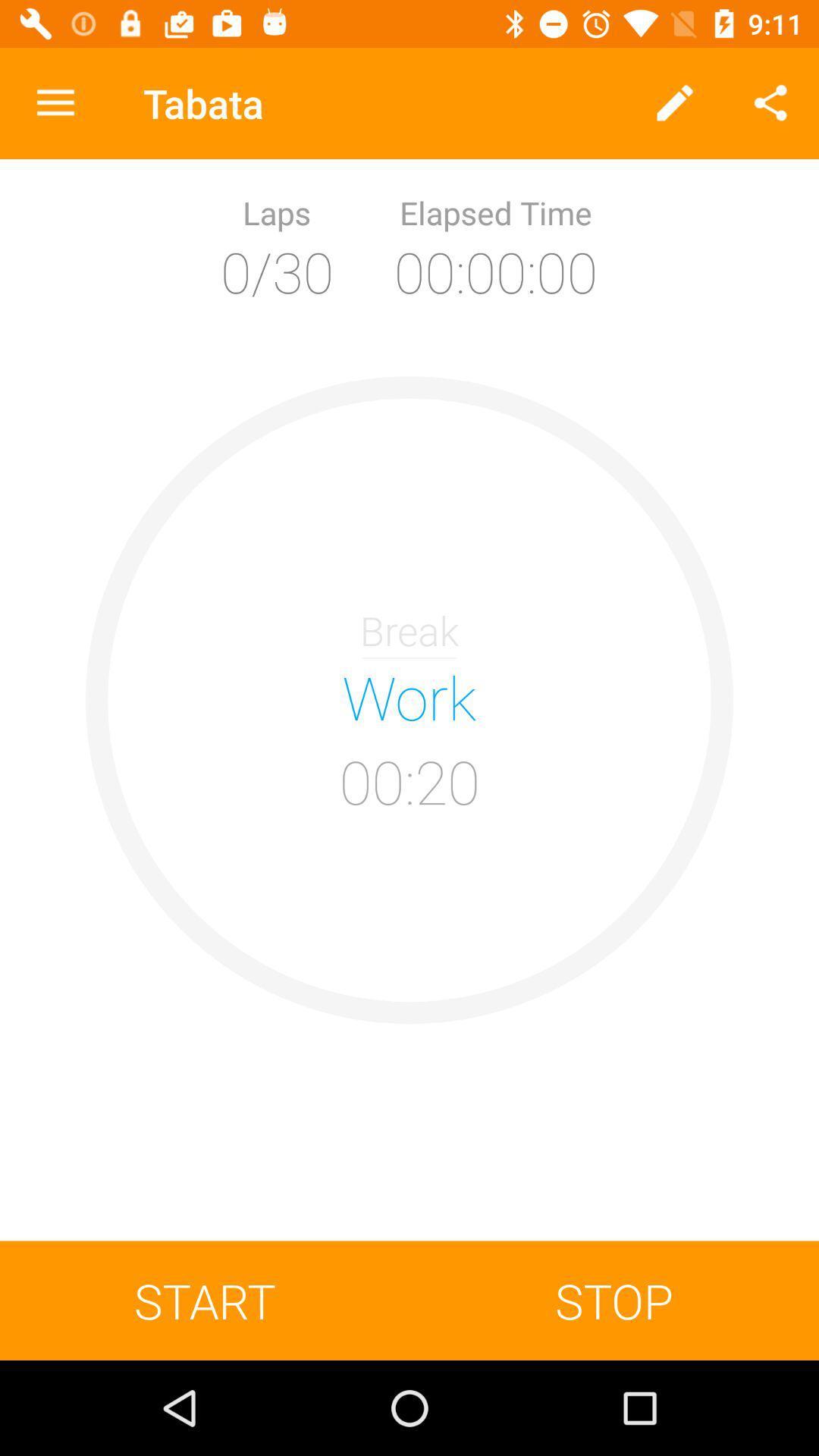 This screenshot has height=1456, width=819. What do you see at coordinates (205, 1300) in the screenshot?
I see `item next to the stop` at bounding box center [205, 1300].